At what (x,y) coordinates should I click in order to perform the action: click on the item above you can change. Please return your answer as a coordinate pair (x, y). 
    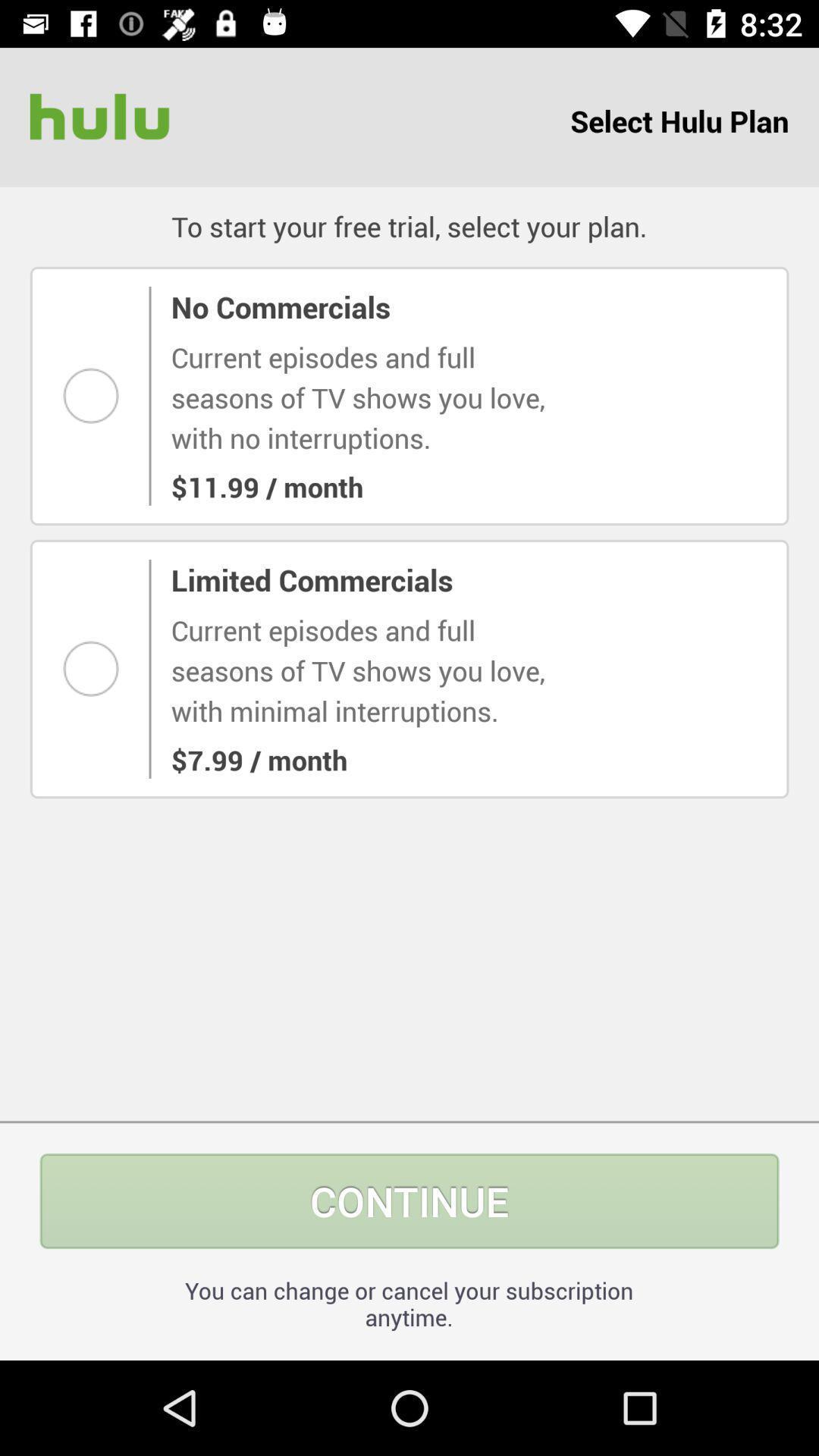
    Looking at the image, I should click on (409, 1200).